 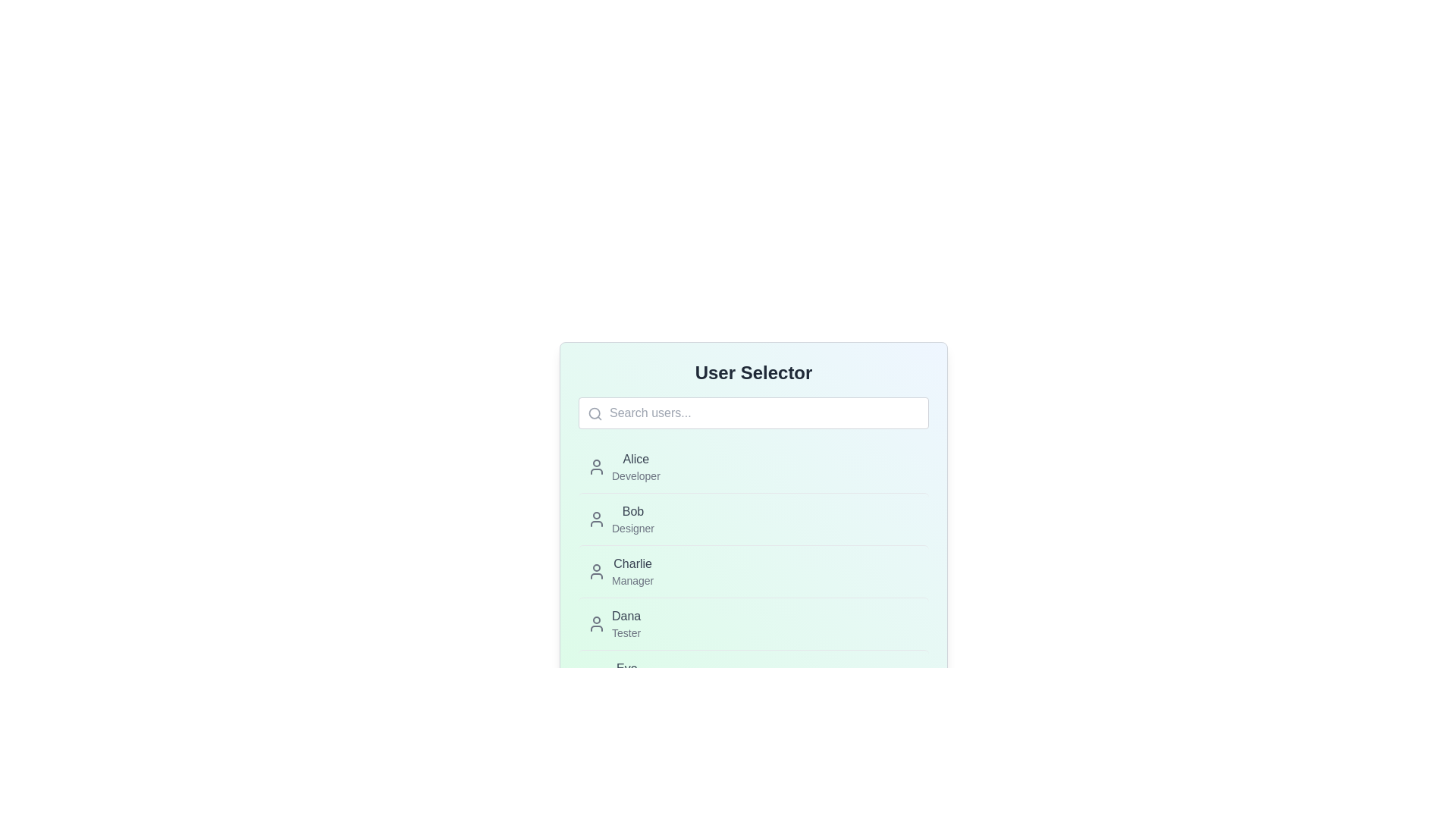 I want to click on to select the user 'Bob' from the list item that features a user icon with a gray outline and the text 'Bob' in bold followed by 'Designer' in a smaller font, so click(x=621, y=519).